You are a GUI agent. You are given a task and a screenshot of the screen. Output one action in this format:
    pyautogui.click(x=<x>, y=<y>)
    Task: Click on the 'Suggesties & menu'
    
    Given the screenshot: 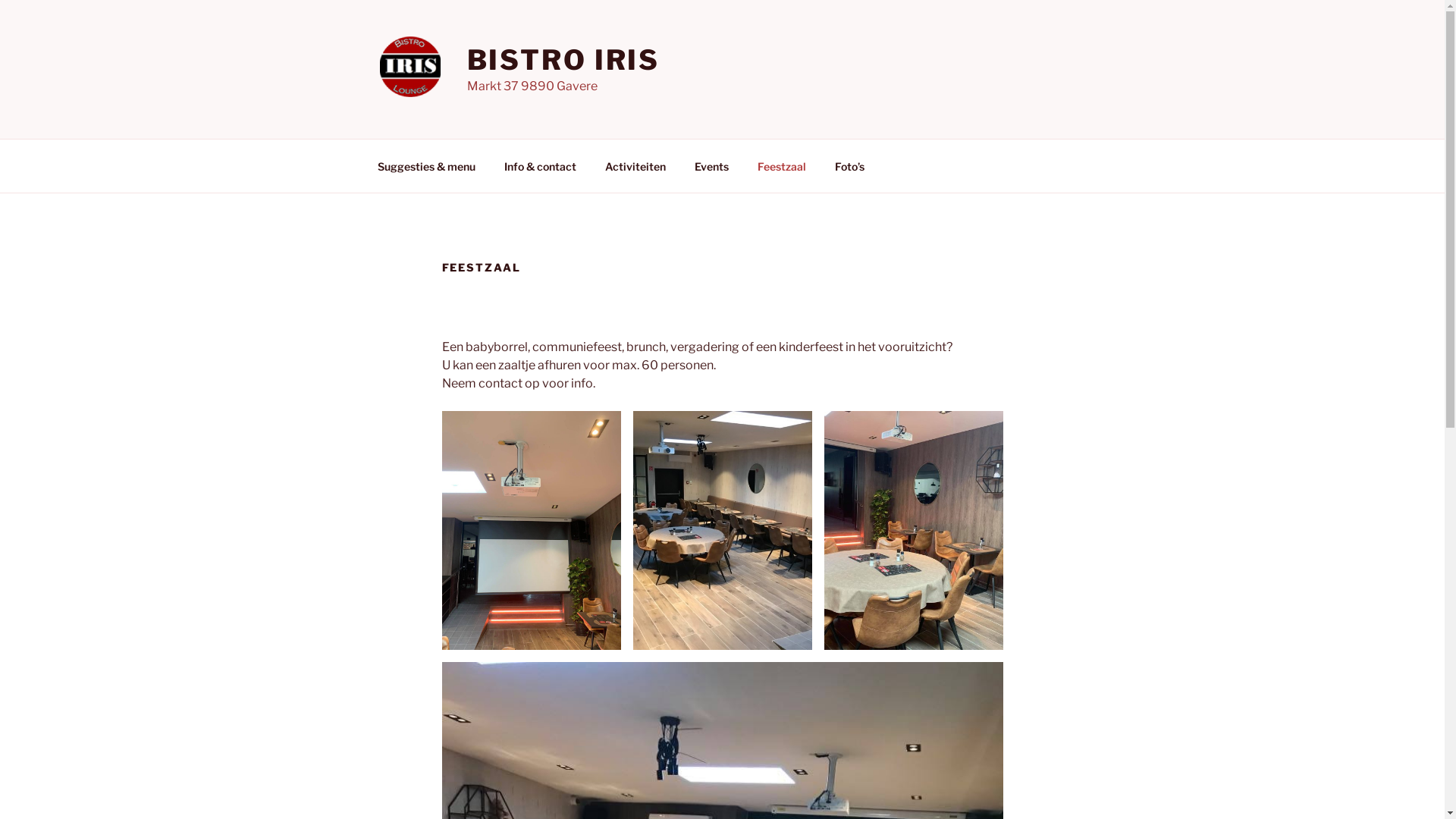 What is the action you would take?
    pyautogui.click(x=425, y=165)
    